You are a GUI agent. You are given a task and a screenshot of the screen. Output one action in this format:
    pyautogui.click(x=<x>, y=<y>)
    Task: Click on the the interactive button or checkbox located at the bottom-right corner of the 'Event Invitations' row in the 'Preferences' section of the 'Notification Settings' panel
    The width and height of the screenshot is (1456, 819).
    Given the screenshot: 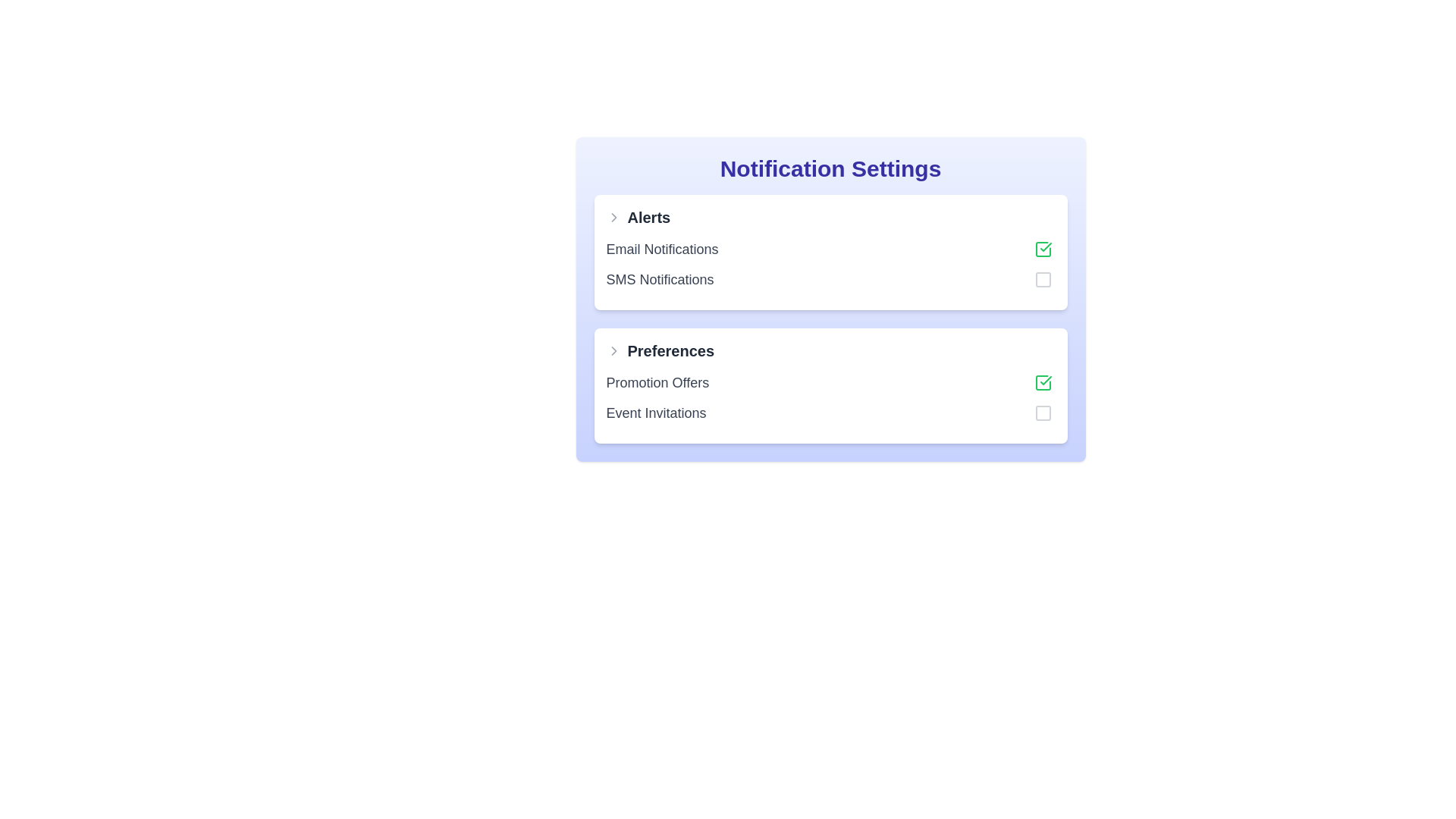 What is the action you would take?
    pyautogui.click(x=1042, y=413)
    